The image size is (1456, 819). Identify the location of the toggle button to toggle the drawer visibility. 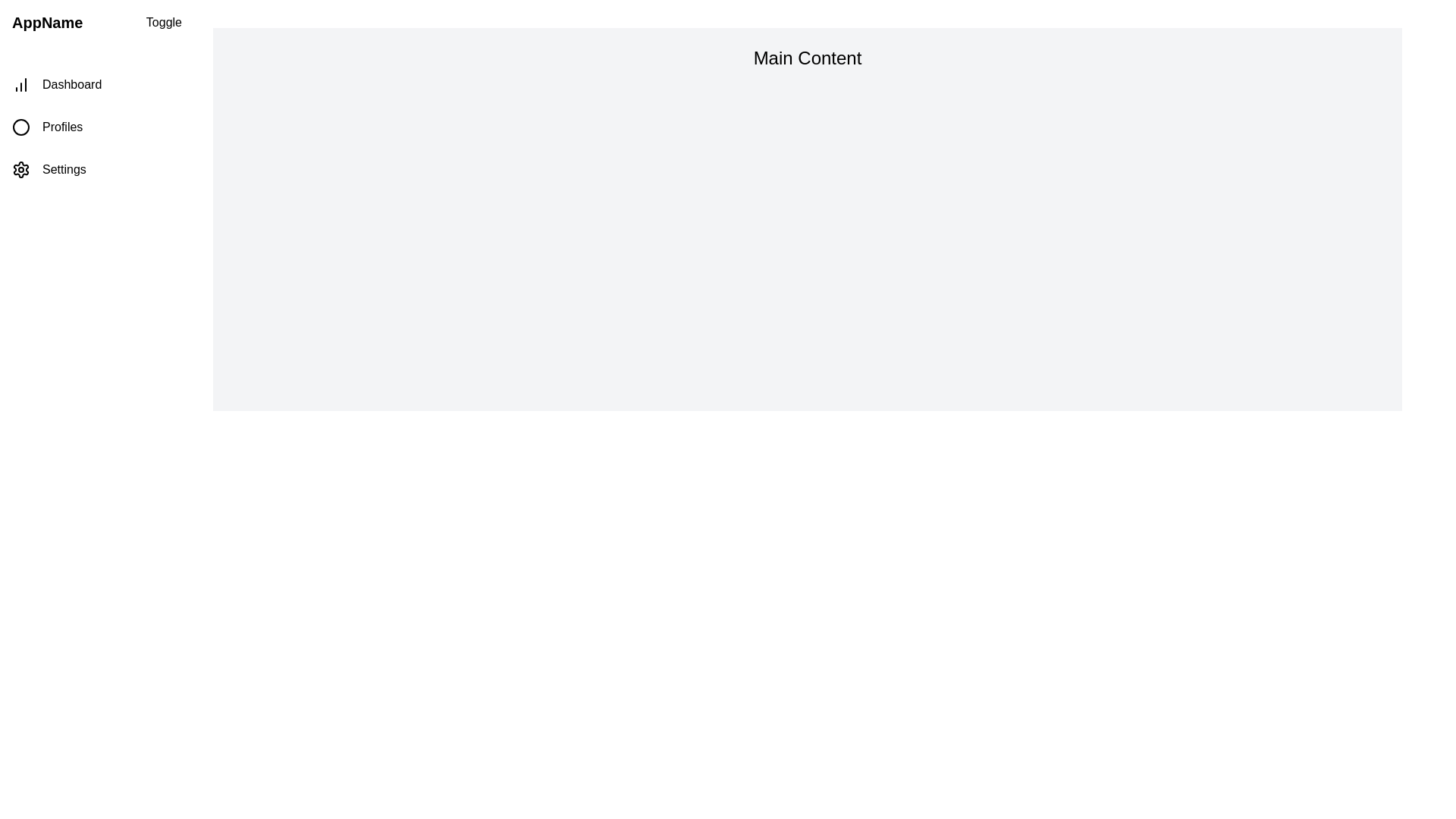
(164, 23).